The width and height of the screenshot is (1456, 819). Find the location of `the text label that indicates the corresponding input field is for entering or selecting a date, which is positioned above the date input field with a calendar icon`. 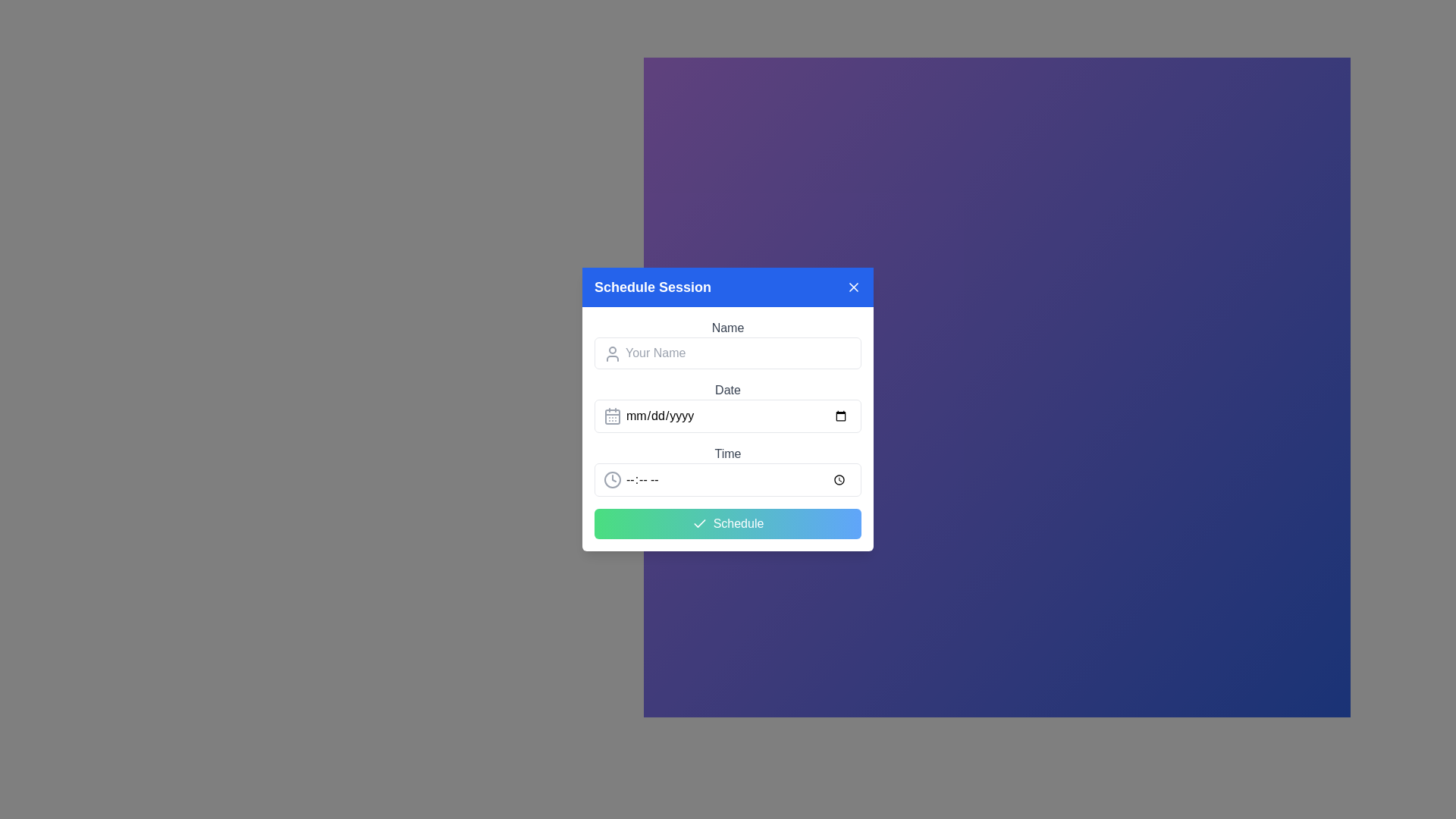

the text label that indicates the corresponding input field is for entering or selecting a date, which is positioned above the date input field with a calendar icon is located at coordinates (728, 390).